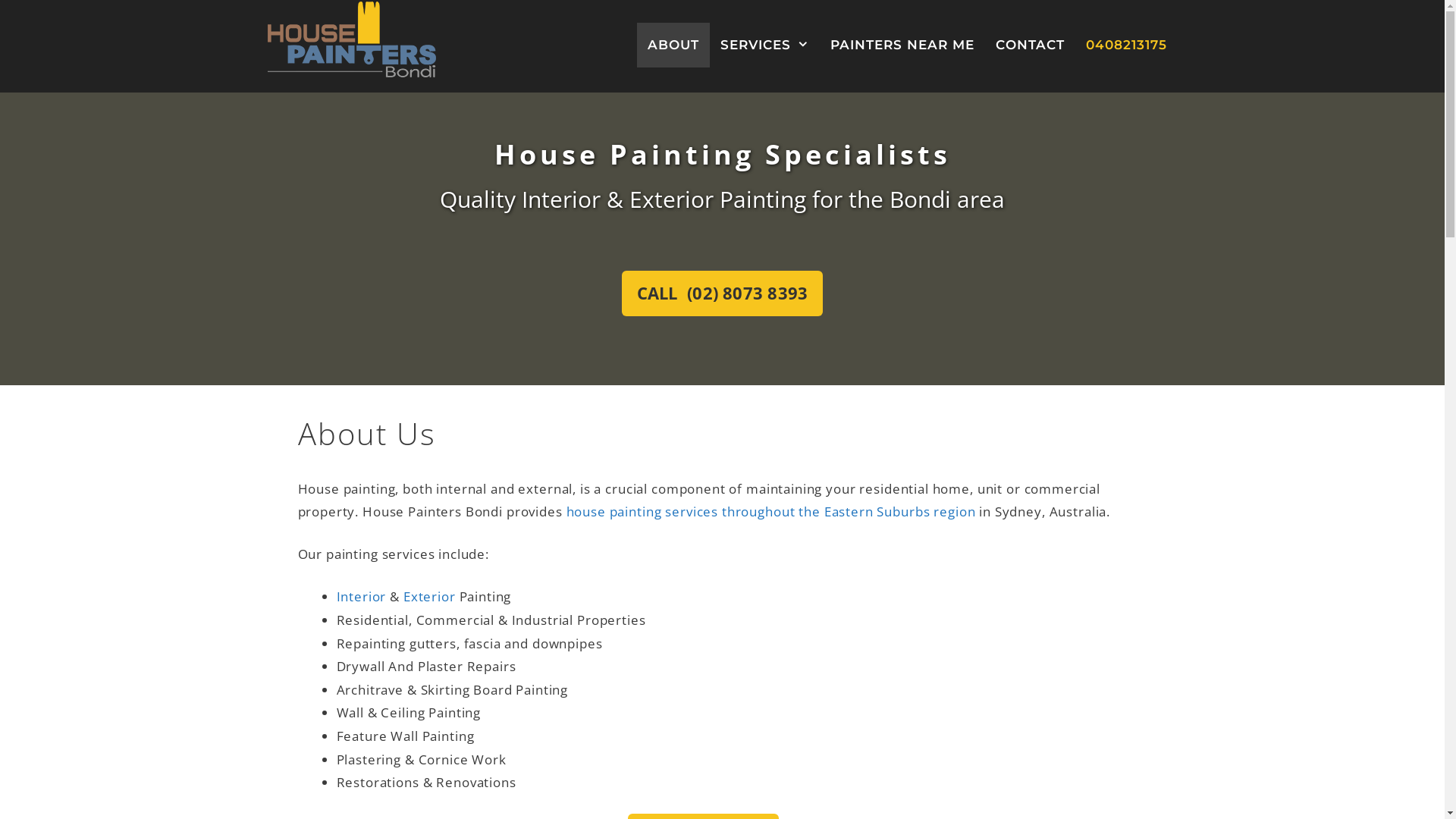 The image size is (1456, 819). Describe the element at coordinates (428, 595) in the screenshot. I see `'Exterior'` at that location.